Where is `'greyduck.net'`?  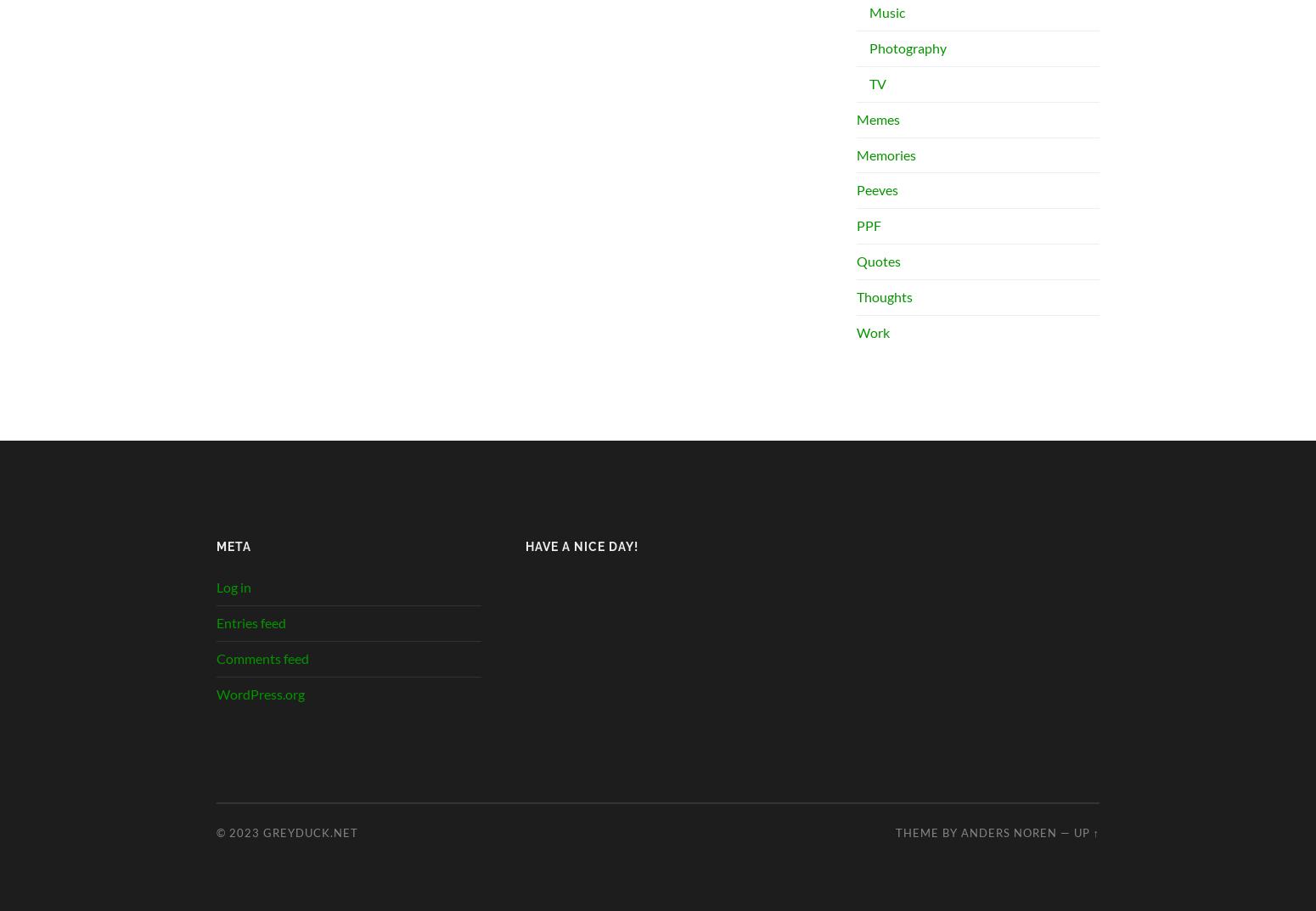
'greyduck.net' is located at coordinates (309, 830).